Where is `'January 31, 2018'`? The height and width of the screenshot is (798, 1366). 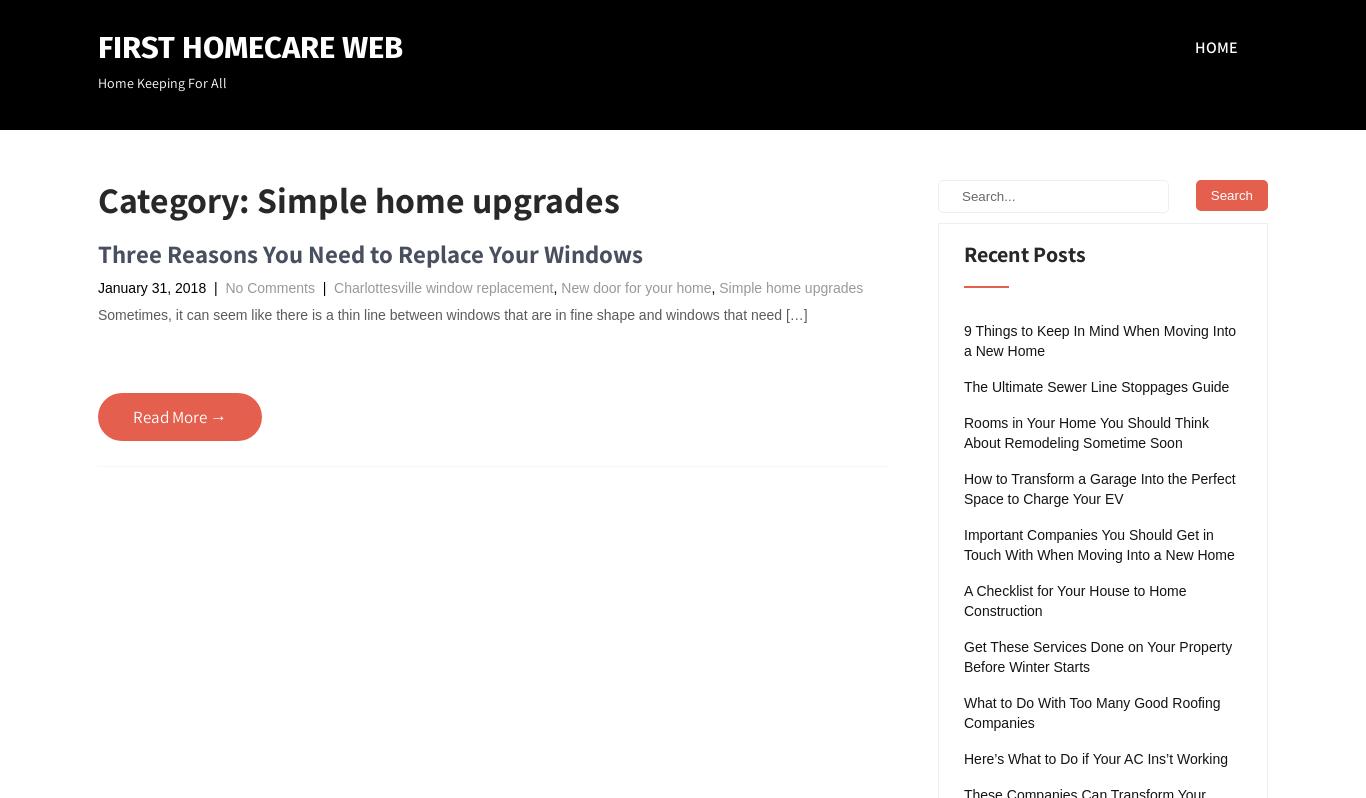
'January 31, 2018' is located at coordinates (151, 286).